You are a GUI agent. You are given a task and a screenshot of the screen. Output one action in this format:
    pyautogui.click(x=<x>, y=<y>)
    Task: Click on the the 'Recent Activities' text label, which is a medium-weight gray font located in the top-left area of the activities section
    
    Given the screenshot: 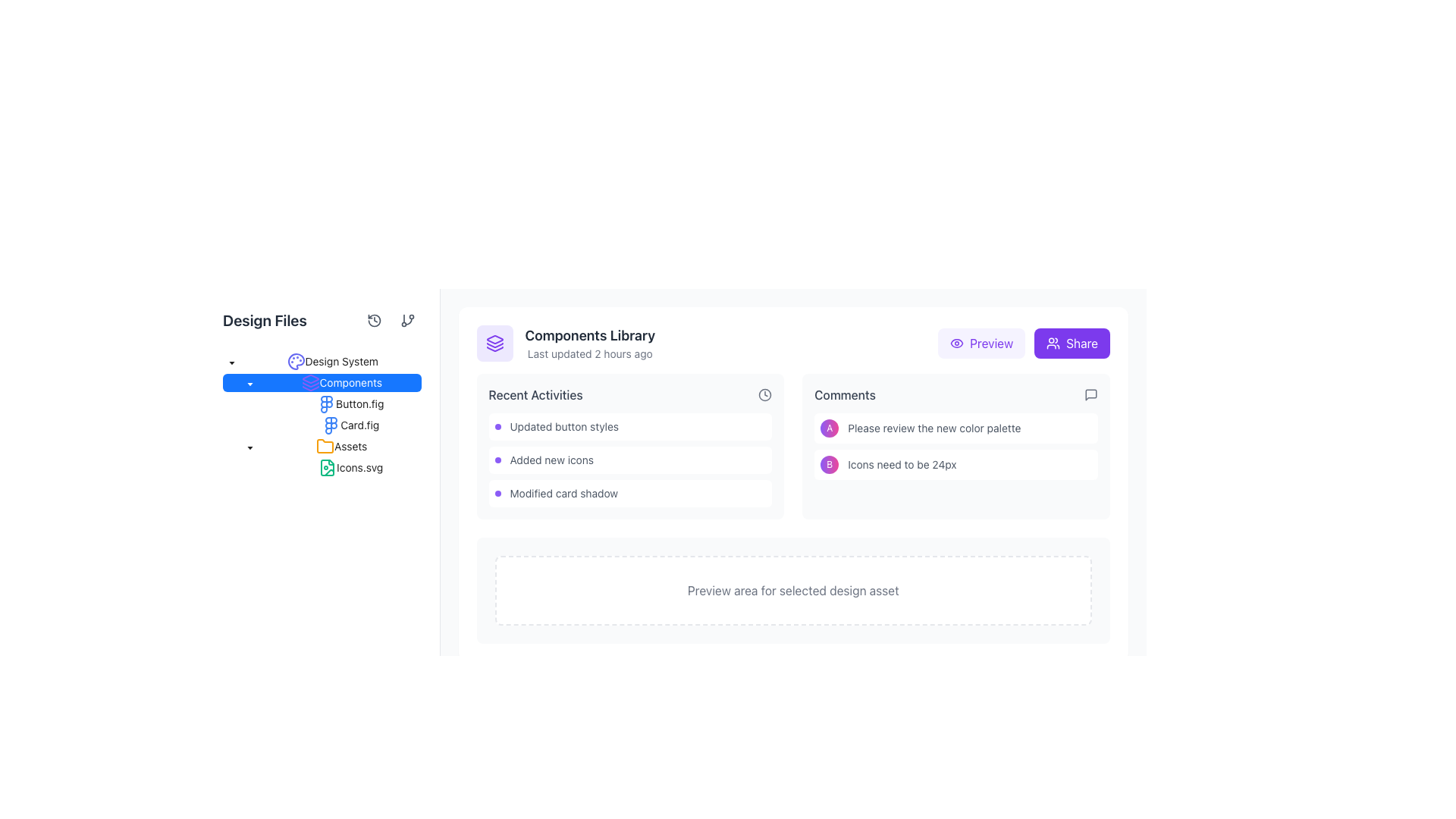 What is the action you would take?
    pyautogui.click(x=535, y=394)
    